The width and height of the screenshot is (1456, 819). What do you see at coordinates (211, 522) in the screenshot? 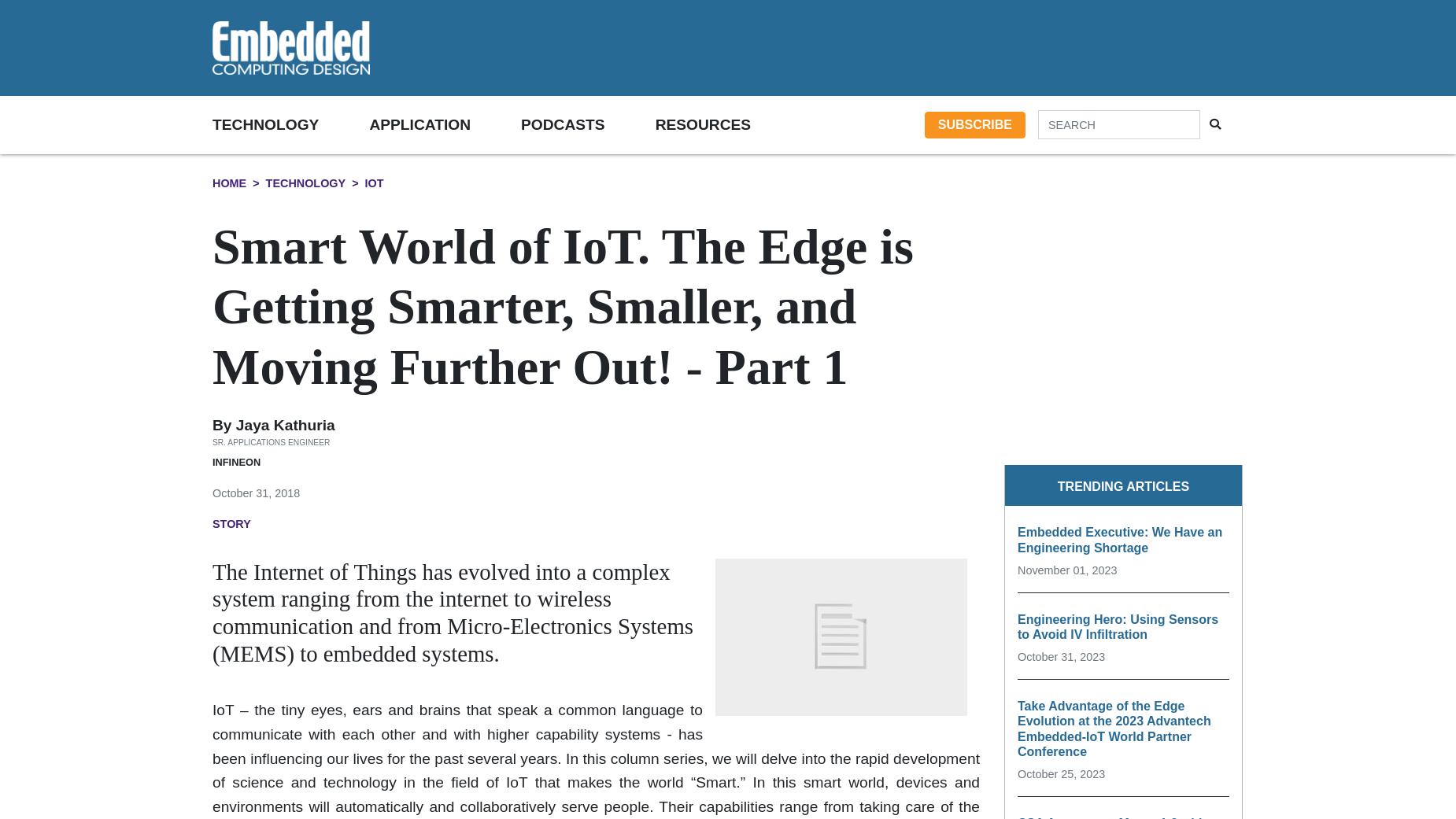
I see `'Story'` at bounding box center [211, 522].